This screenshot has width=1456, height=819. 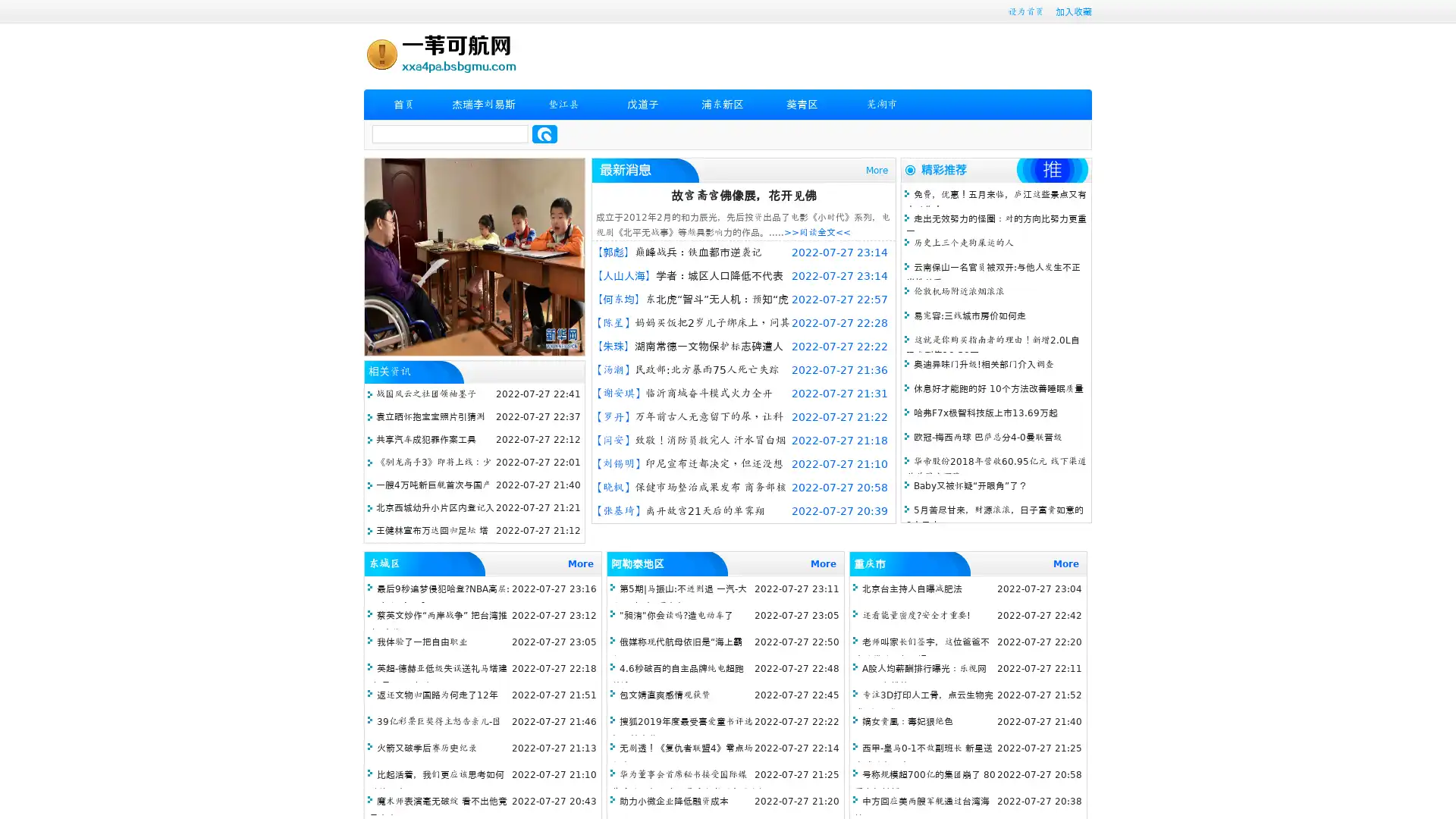 What do you see at coordinates (544, 133) in the screenshot?
I see `Search` at bounding box center [544, 133].